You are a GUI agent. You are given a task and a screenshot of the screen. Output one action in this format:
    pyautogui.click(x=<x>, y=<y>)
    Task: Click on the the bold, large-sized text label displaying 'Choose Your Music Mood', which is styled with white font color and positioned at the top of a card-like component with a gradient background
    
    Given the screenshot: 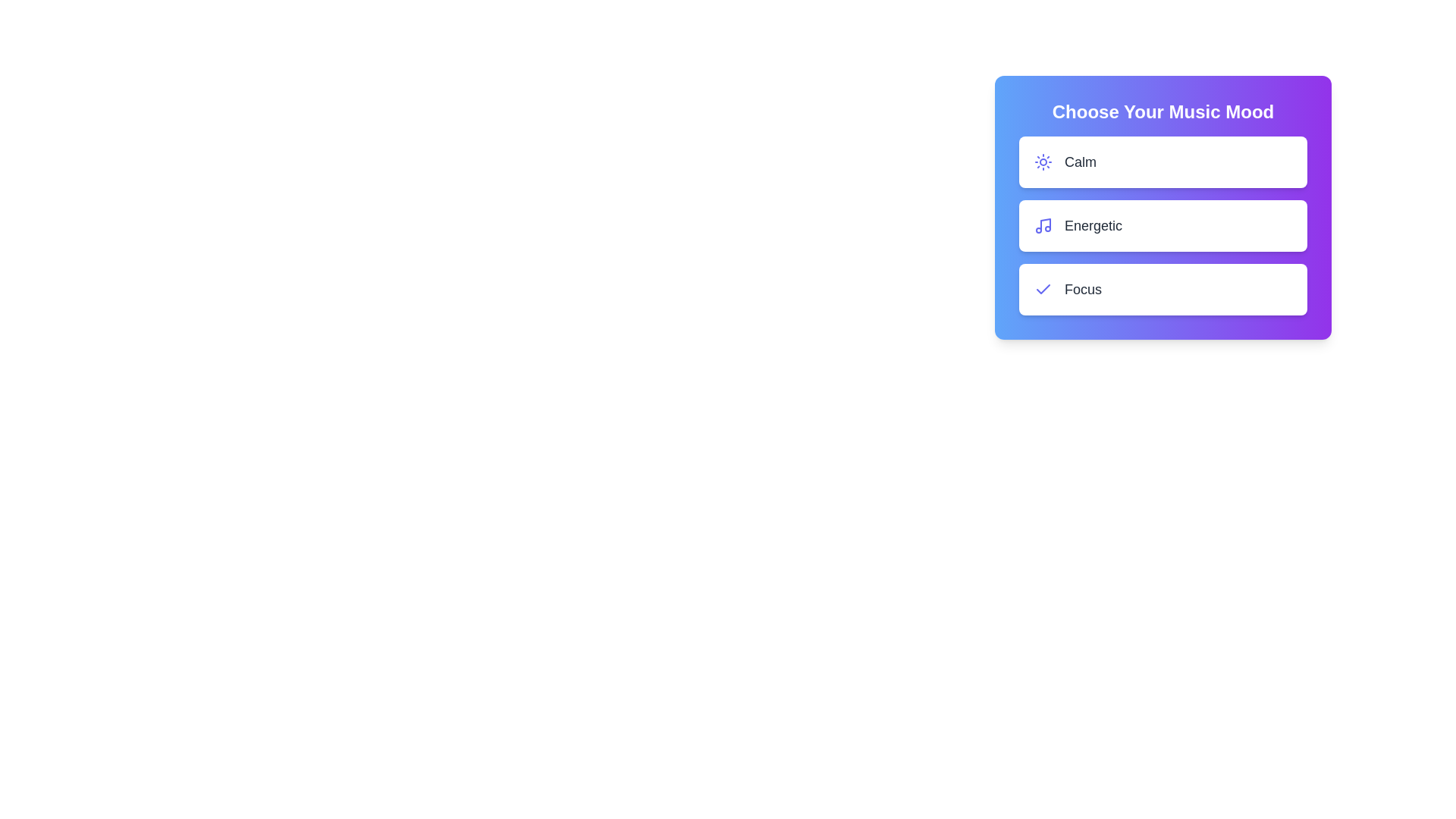 What is the action you would take?
    pyautogui.click(x=1163, y=111)
    